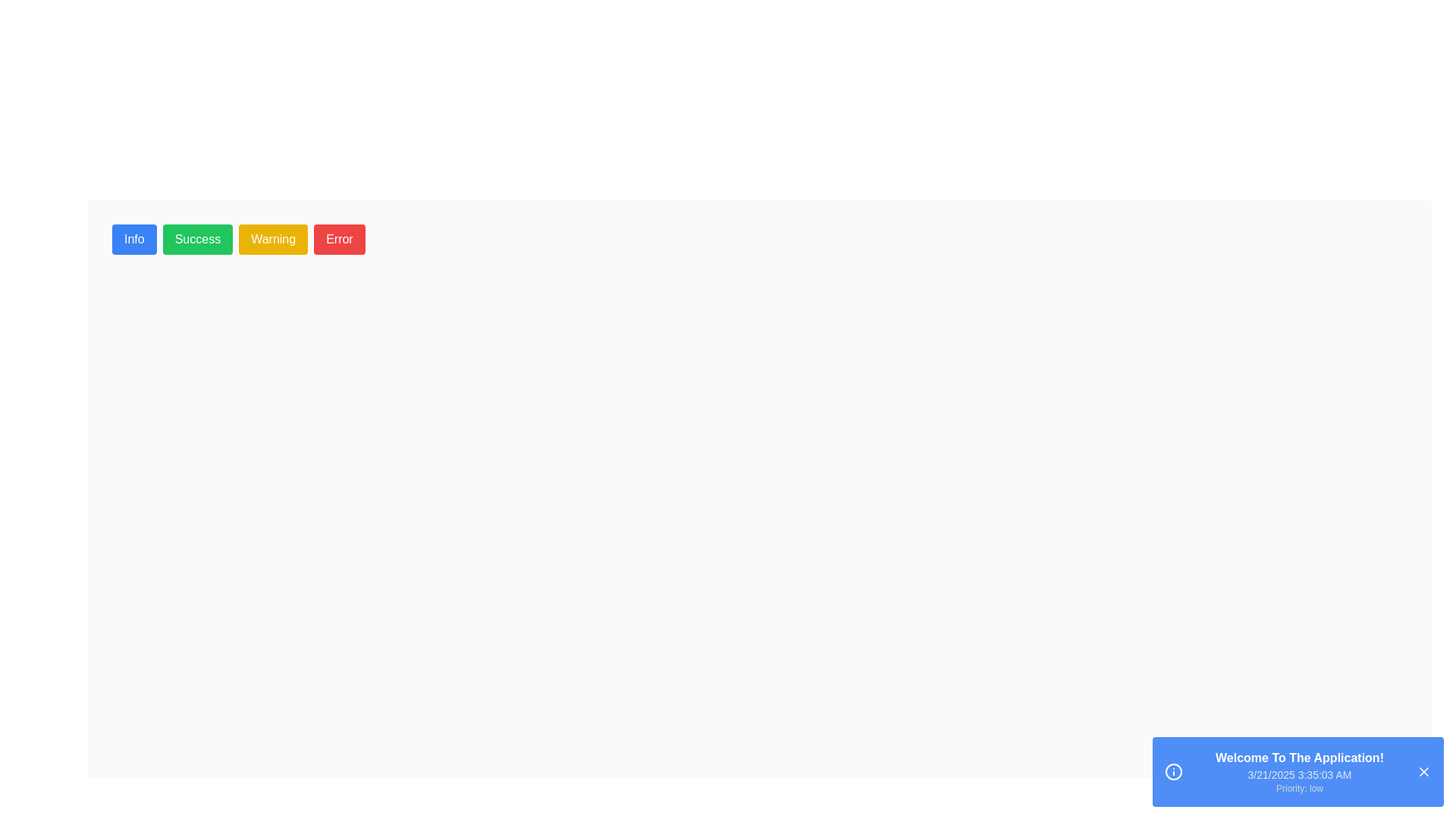 The height and width of the screenshot is (819, 1456). What do you see at coordinates (134, 239) in the screenshot?
I see `the first button labeled 'Info' in the horizontal row of buttons` at bounding box center [134, 239].